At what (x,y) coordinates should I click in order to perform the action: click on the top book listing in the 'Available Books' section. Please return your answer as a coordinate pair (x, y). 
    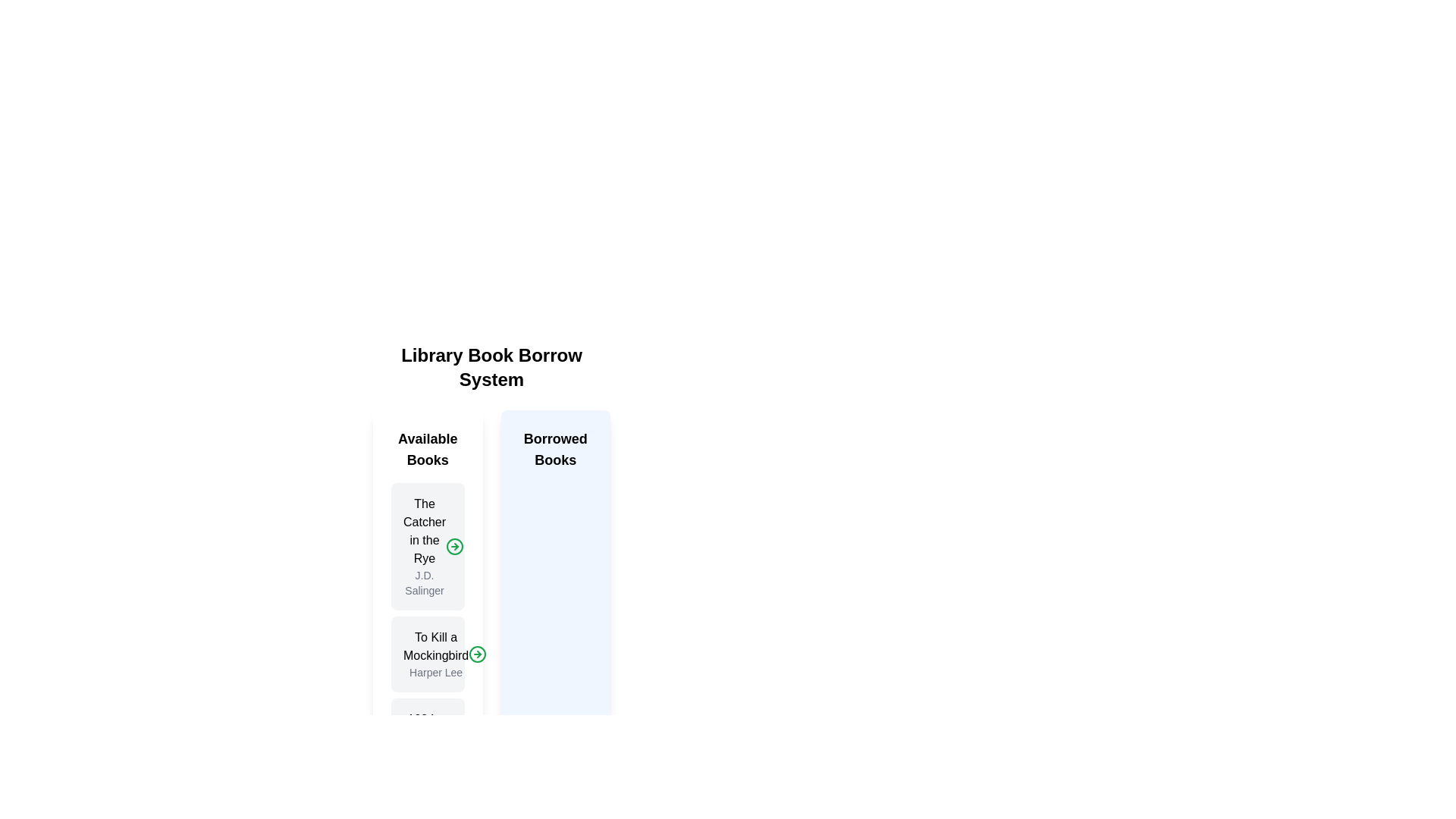
    Looking at the image, I should click on (427, 547).